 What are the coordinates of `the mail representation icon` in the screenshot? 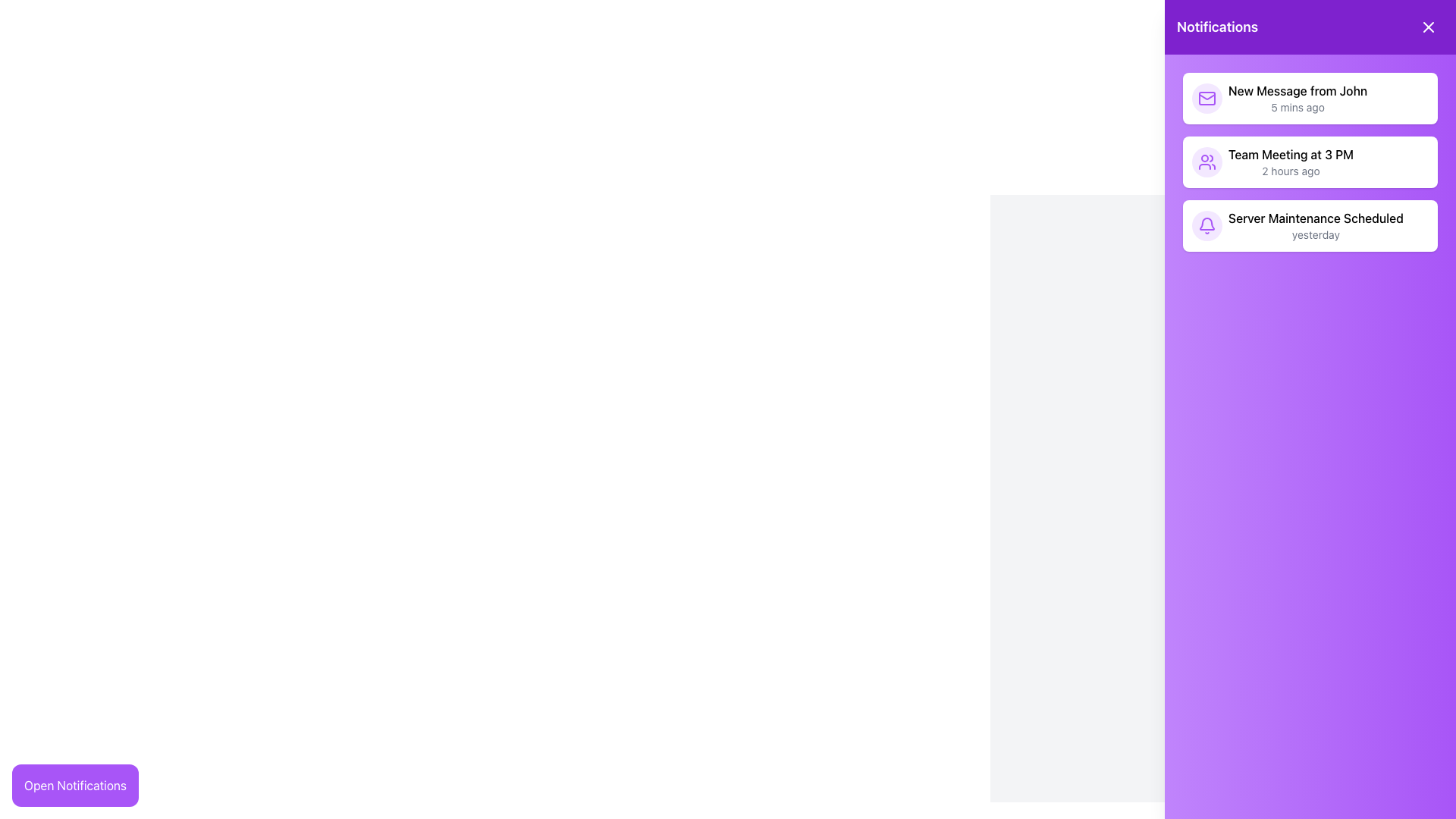 It's located at (1207, 99).